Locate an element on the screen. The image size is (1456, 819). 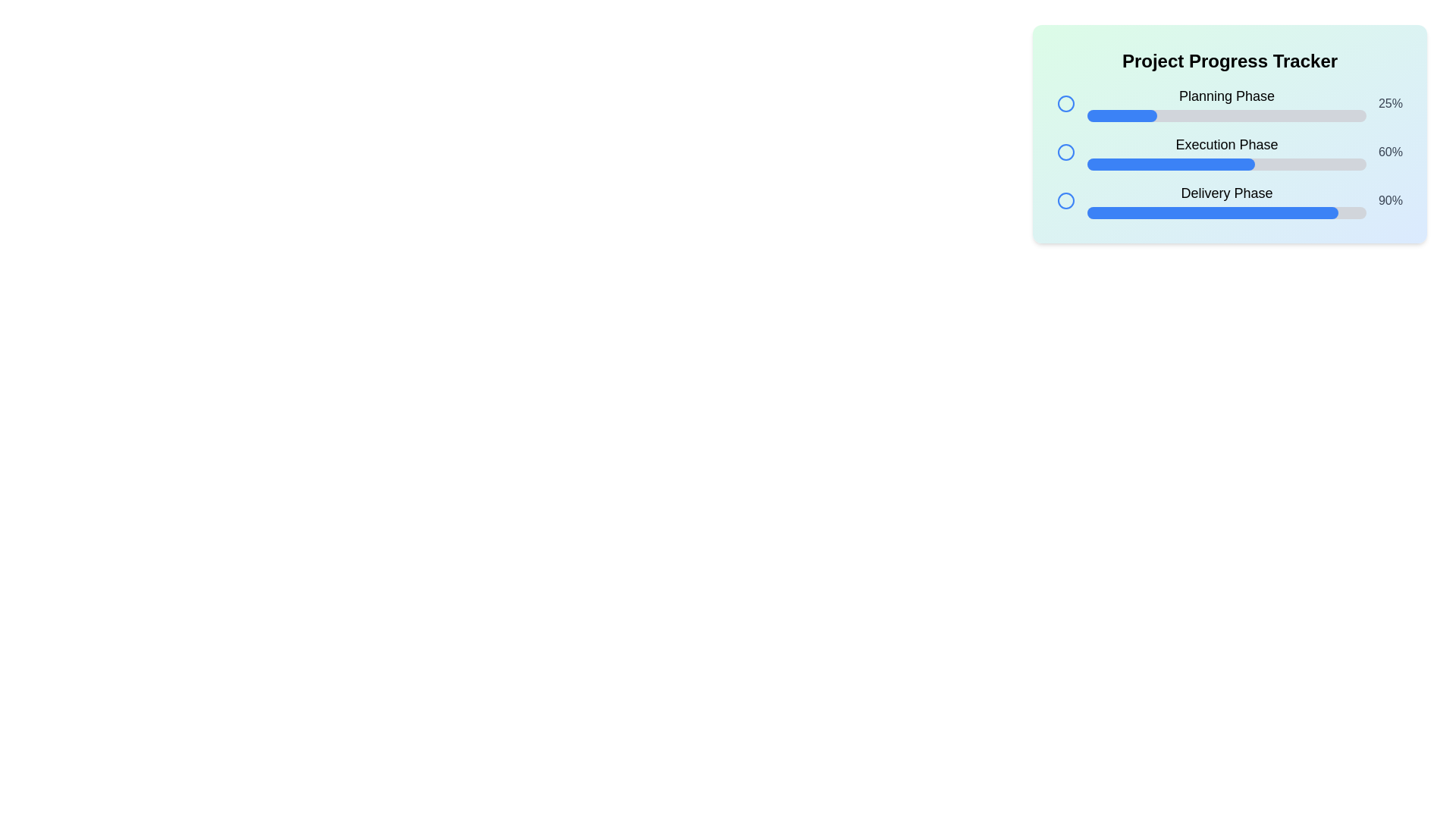
the first circular status indicator icon with a blue outline located in the tracker section, which is to the left of the 'Planning Phase' label is located at coordinates (1065, 103).